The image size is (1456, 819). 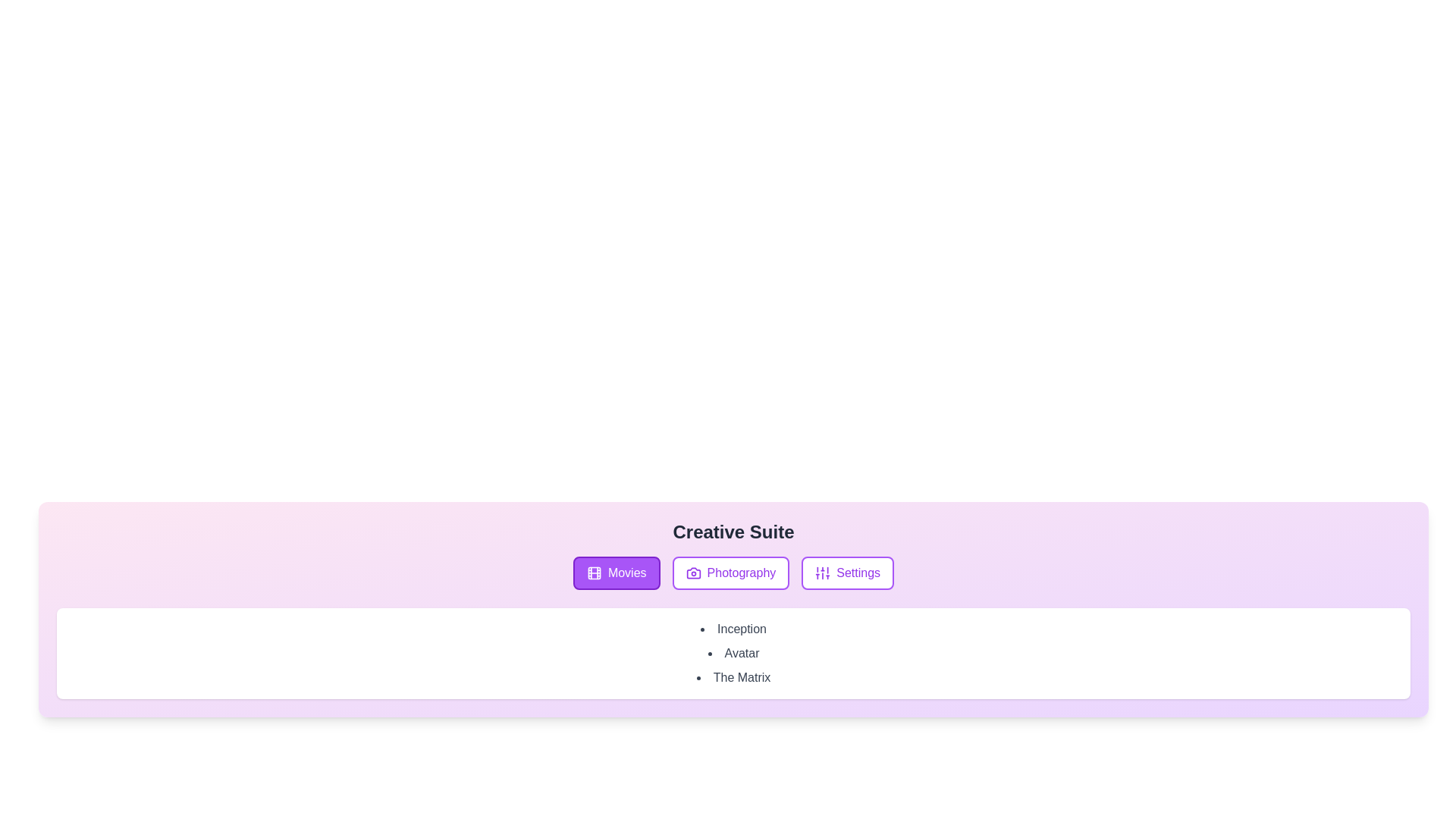 What do you see at coordinates (593, 573) in the screenshot?
I see `the decorative graphical element at the center of the 'Movies' button, which is a small rectangular shape with rounded corners` at bounding box center [593, 573].